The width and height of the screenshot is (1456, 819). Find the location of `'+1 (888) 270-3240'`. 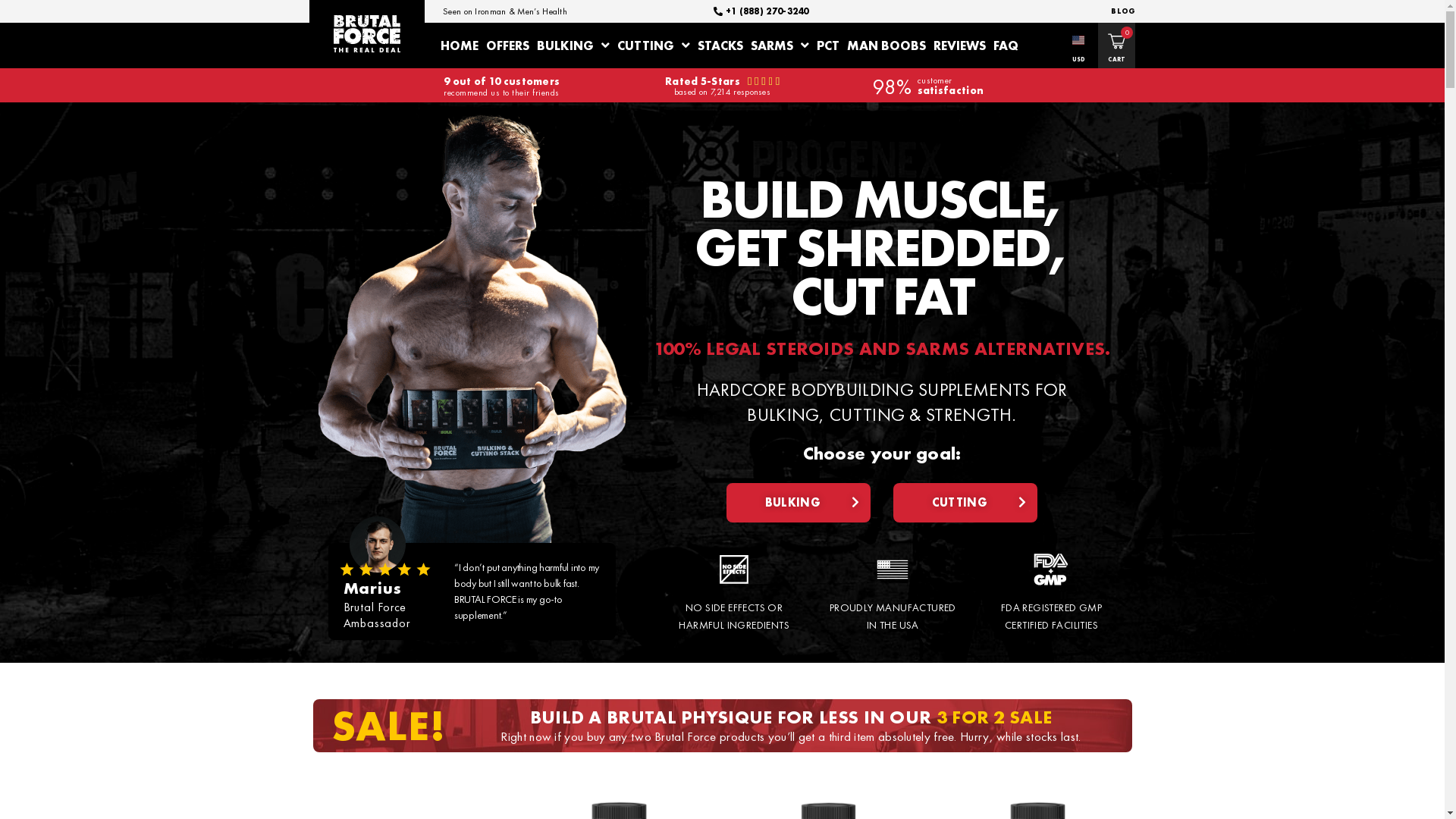

'+1 (888) 270-3240' is located at coordinates (712, 11).